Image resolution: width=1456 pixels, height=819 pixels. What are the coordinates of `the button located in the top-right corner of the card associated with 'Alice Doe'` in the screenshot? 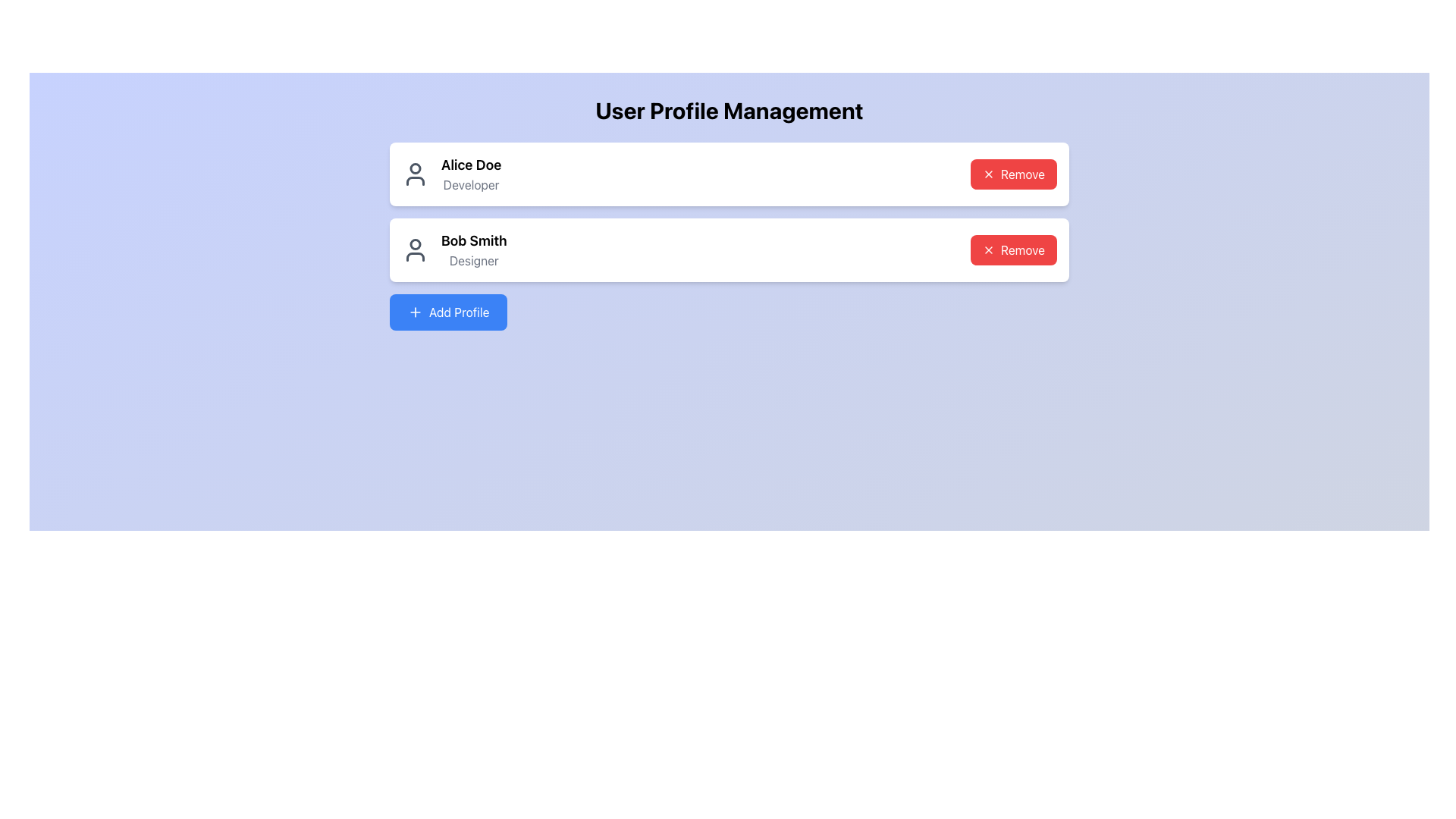 It's located at (1013, 174).